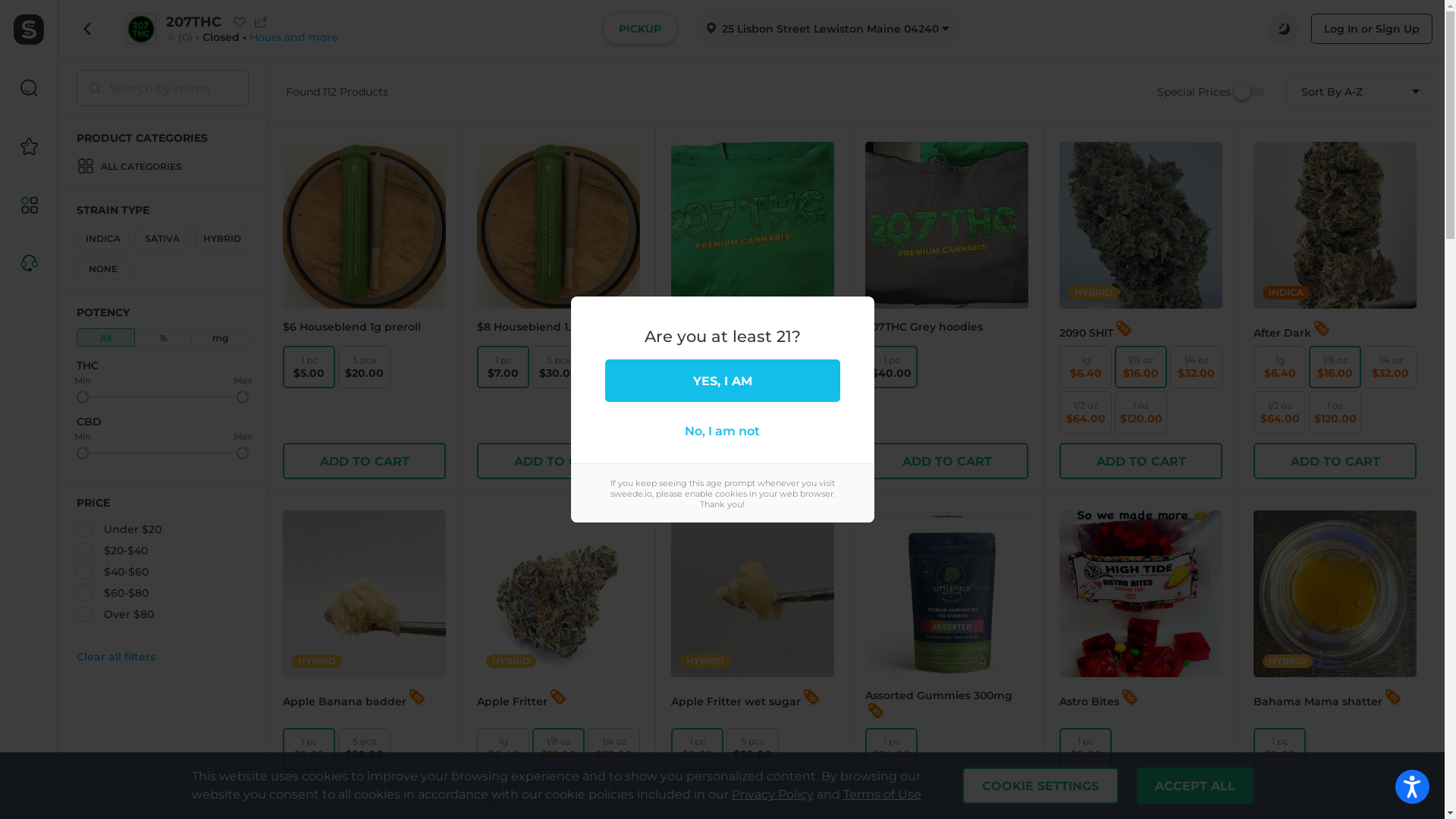 The height and width of the screenshot is (819, 1456). Describe the element at coordinates (219, 336) in the screenshot. I see `'mg'` at that location.